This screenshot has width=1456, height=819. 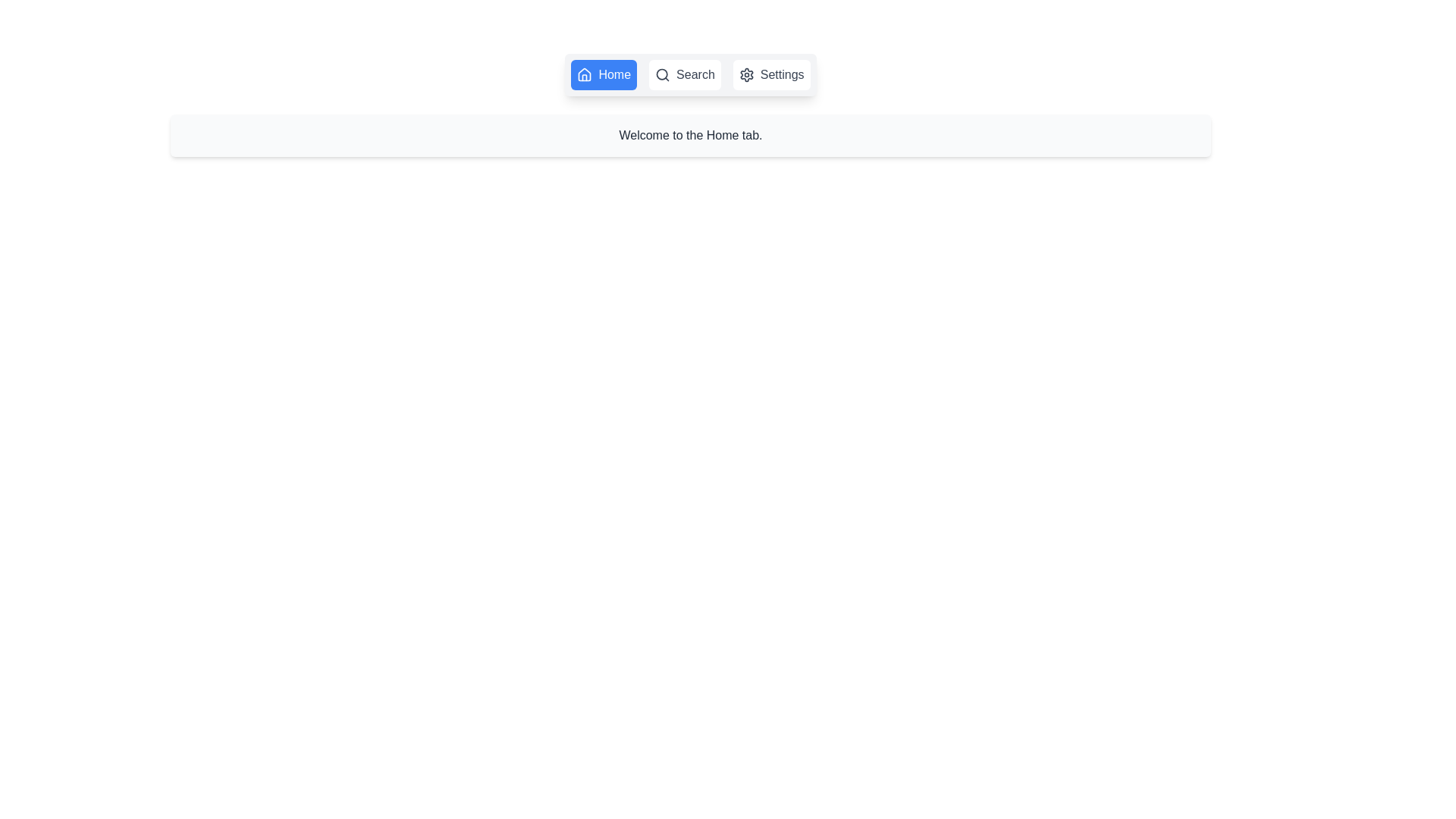 What do you see at coordinates (684, 75) in the screenshot?
I see `the 'Search' button` at bounding box center [684, 75].